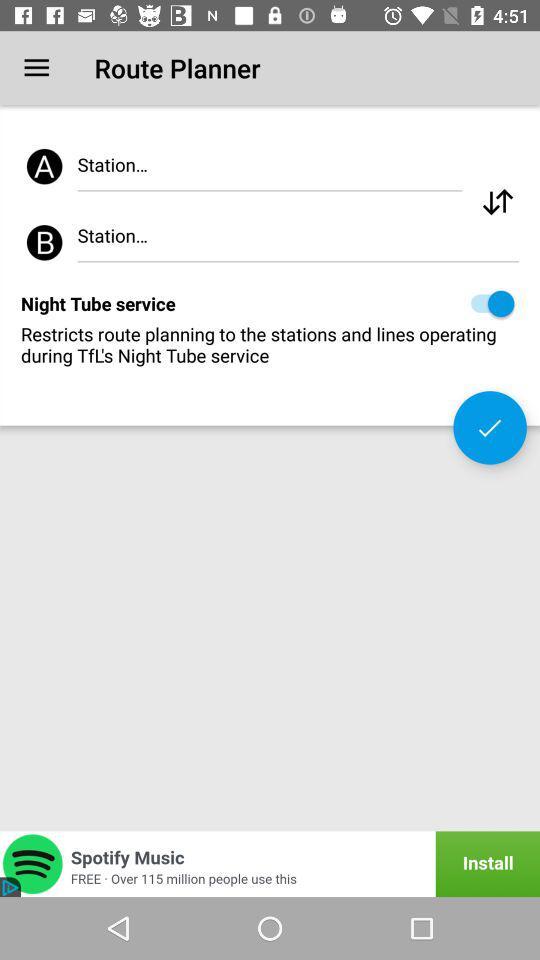 The image size is (540, 960). Describe the element at coordinates (496, 202) in the screenshot. I see `the item at the top right corner` at that location.